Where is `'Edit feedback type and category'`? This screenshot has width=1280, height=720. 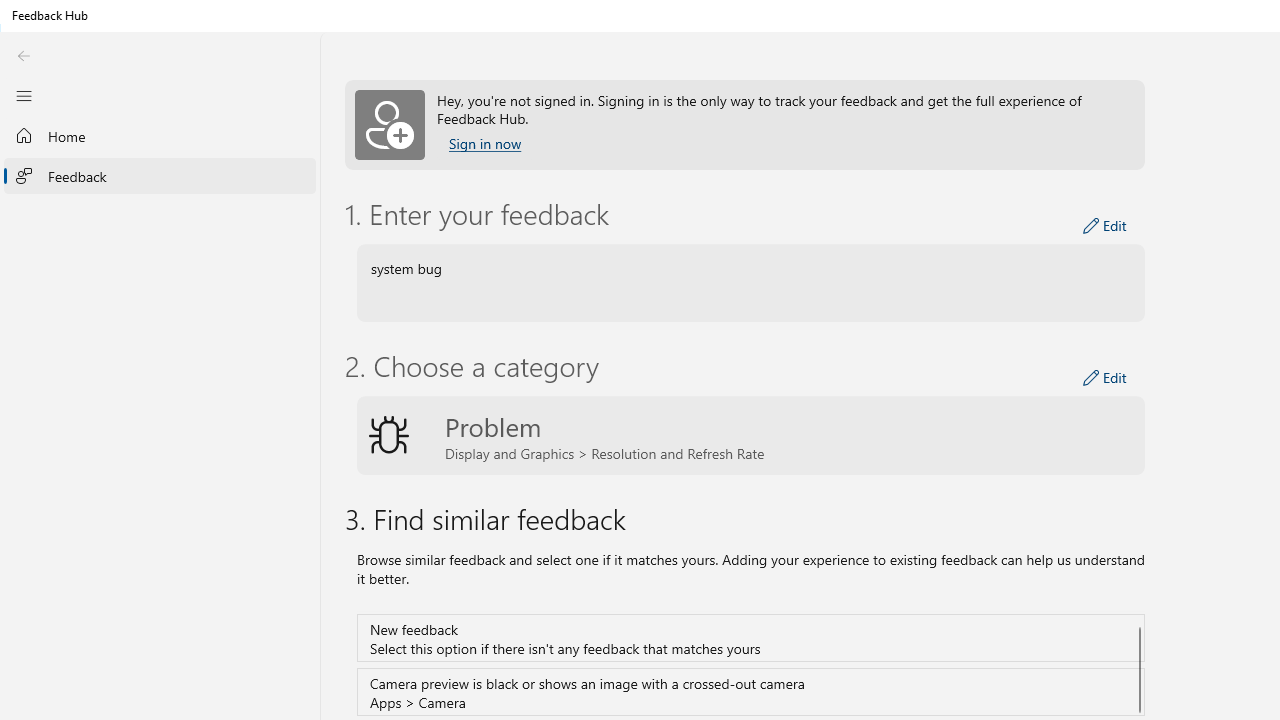
'Edit feedback type and category' is located at coordinates (1104, 378).